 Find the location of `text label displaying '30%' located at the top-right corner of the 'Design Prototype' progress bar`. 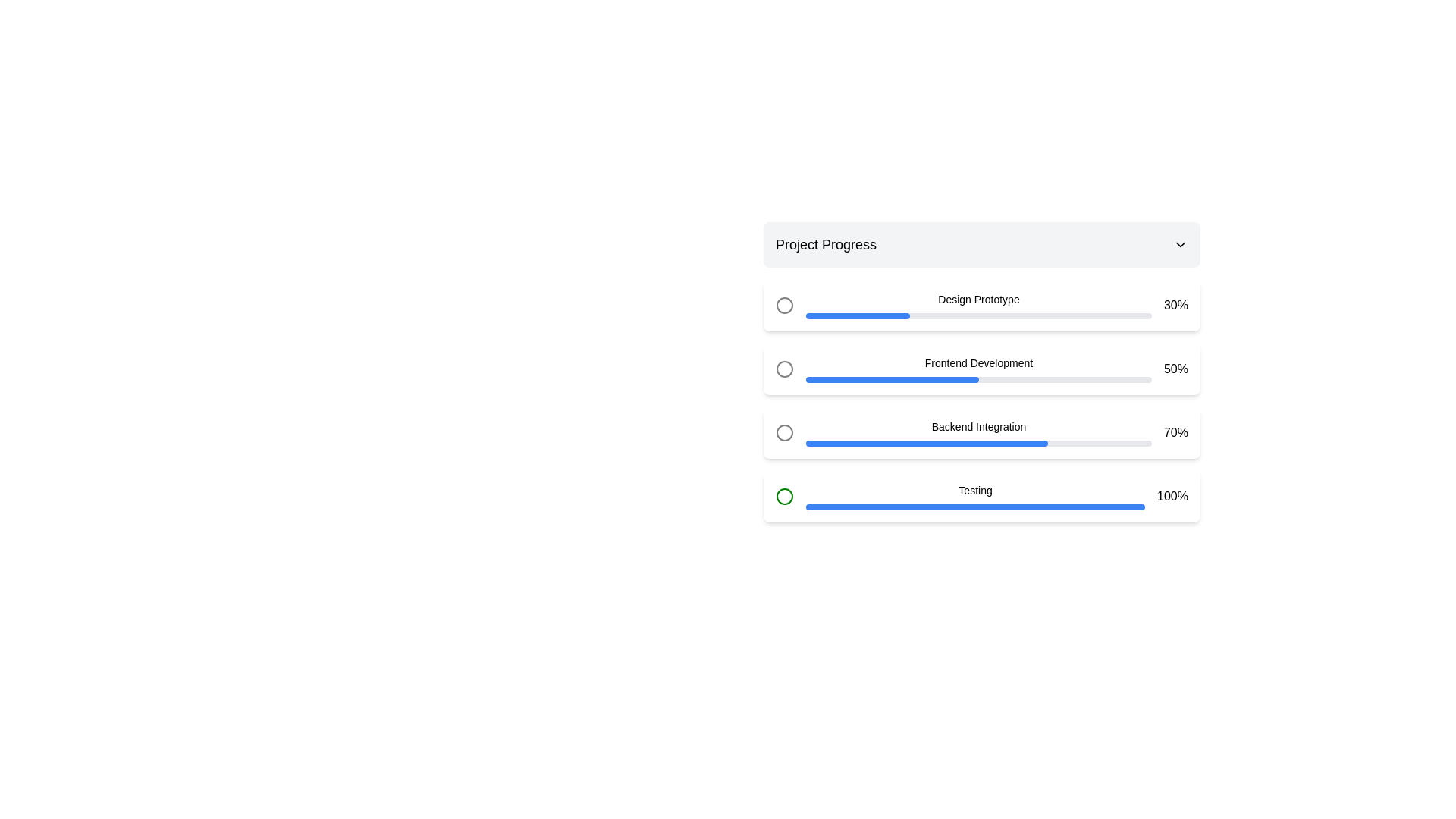

text label displaying '30%' located at the top-right corner of the 'Design Prototype' progress bar is located at coordinates (1175, 305).